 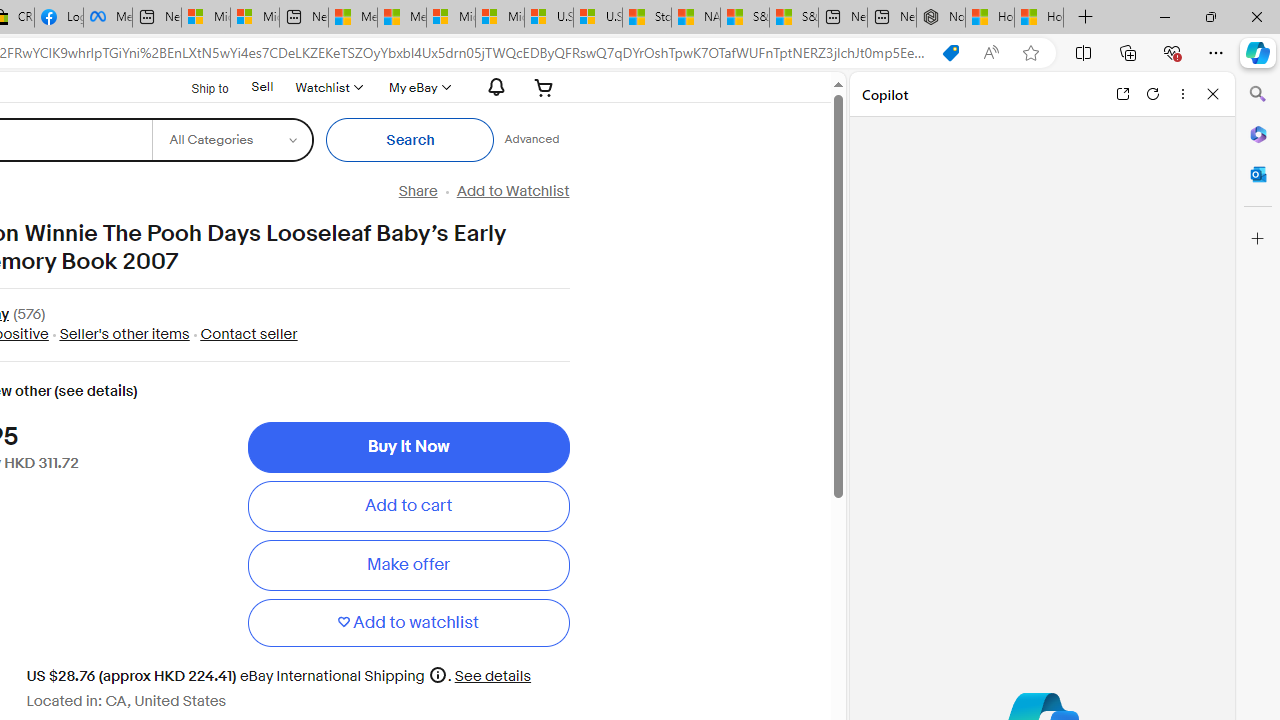 What do you see at coordinates (493, 675) in the screenshot?
I see `'See details for shipping'` at bounding box center [493, 675].